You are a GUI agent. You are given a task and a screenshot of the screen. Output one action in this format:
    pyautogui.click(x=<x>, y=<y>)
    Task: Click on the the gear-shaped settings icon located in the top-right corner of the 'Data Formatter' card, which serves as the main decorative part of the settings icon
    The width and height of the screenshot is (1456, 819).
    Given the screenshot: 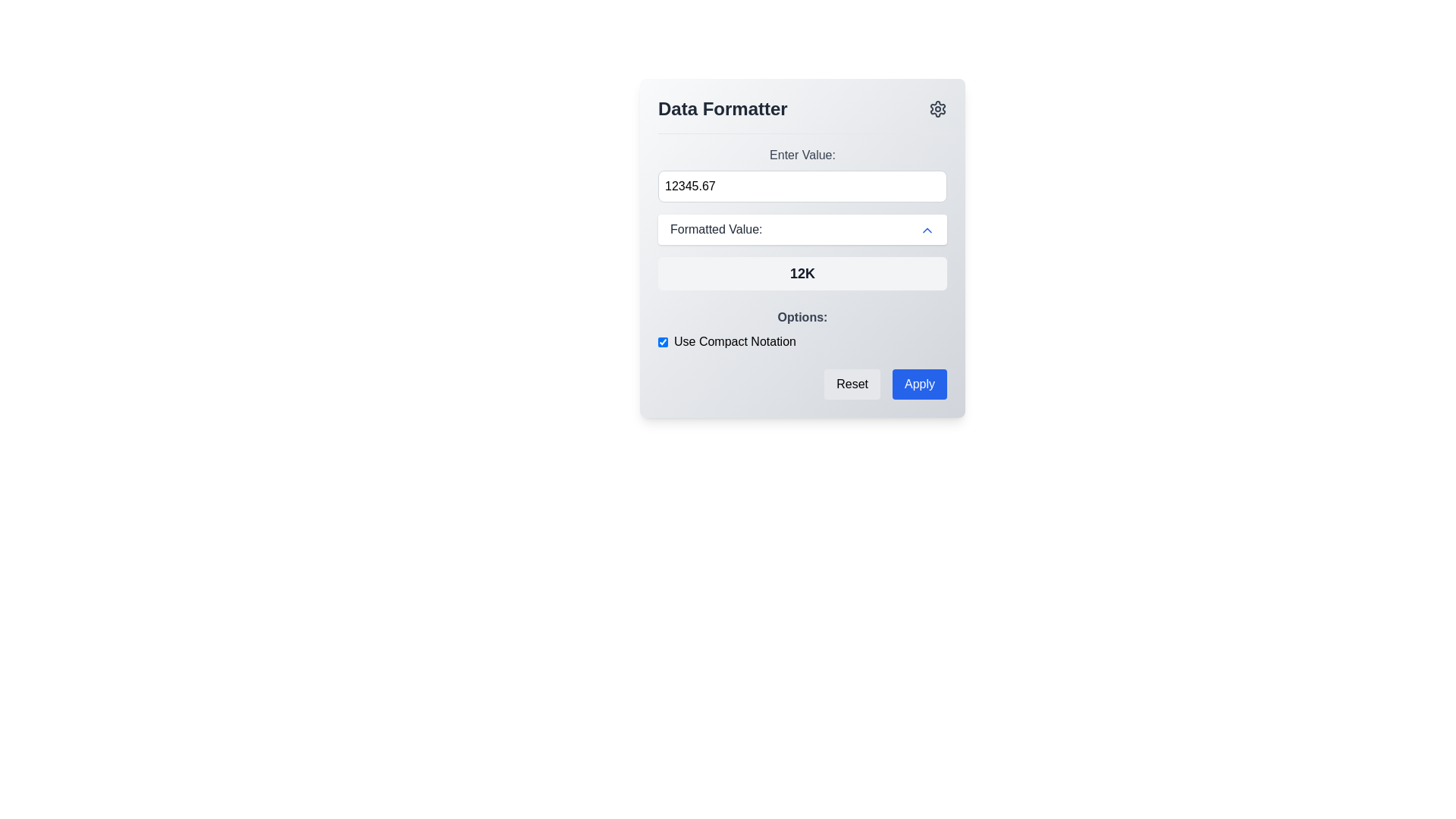 What is the action you would take?
    pyautogui.click(x=937, y=108)
    